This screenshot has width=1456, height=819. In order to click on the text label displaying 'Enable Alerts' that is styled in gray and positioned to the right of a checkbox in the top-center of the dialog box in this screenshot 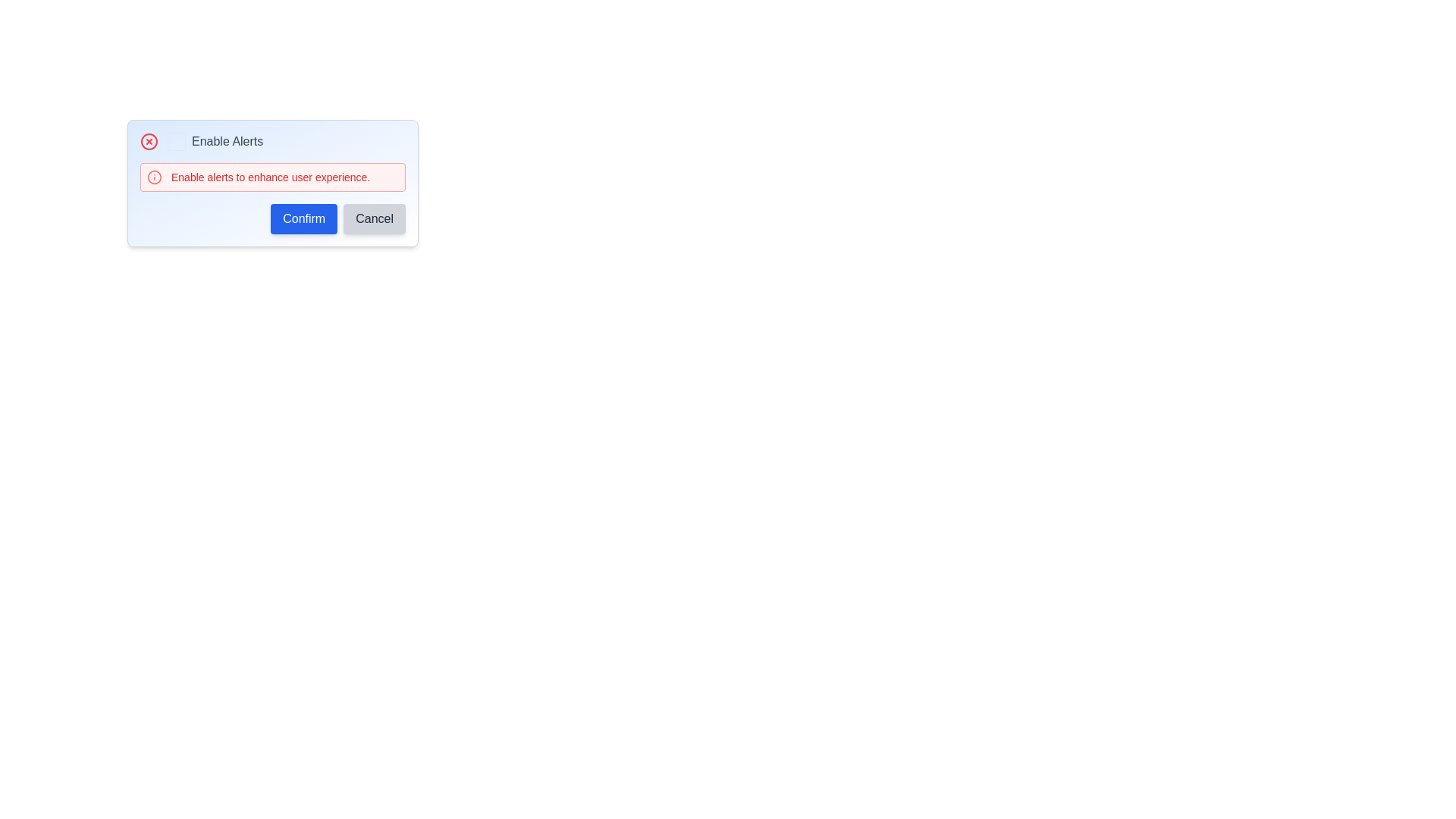, I will do `click(227, 141)`.